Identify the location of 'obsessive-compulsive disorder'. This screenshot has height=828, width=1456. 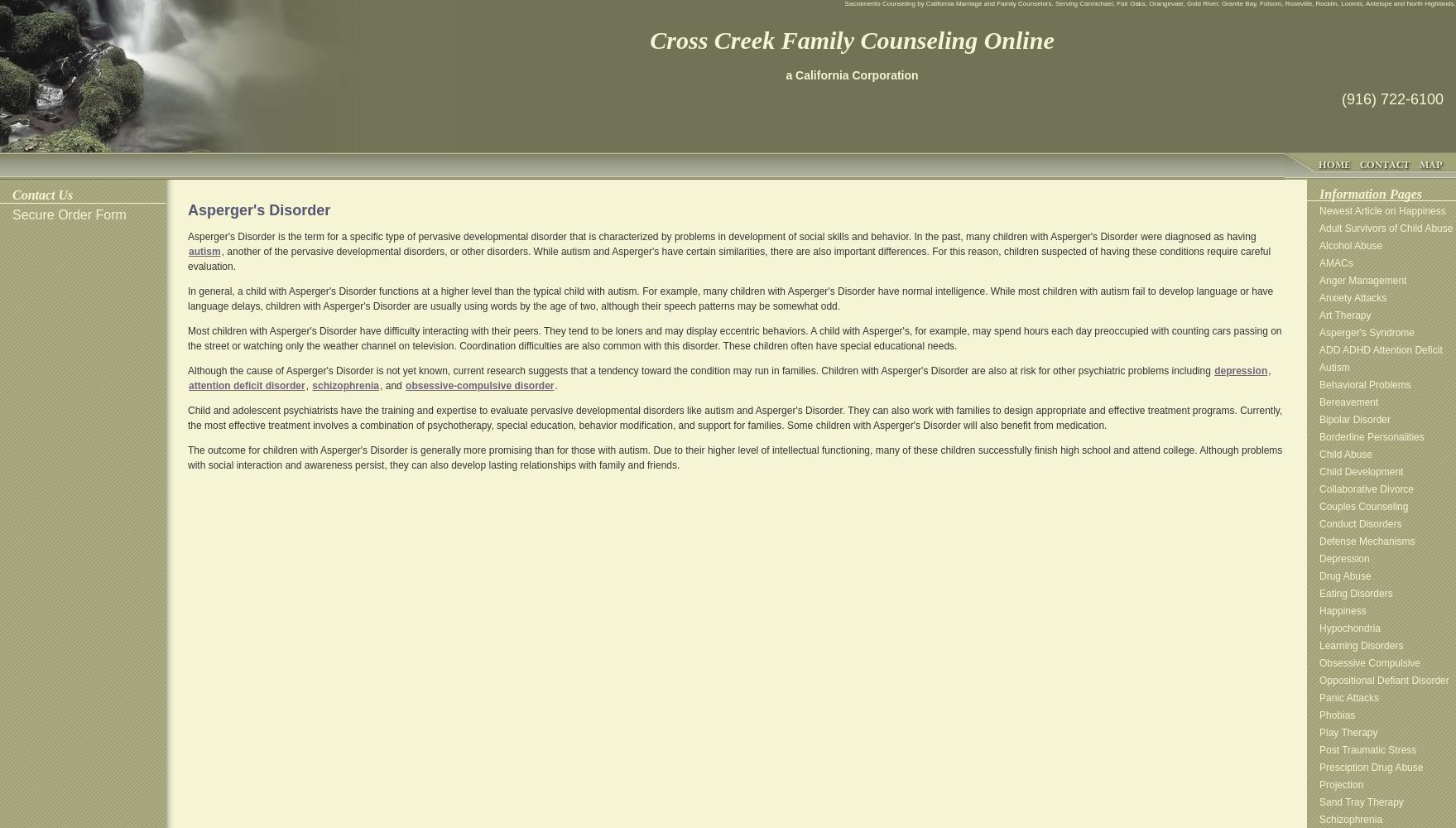
(478, 385).